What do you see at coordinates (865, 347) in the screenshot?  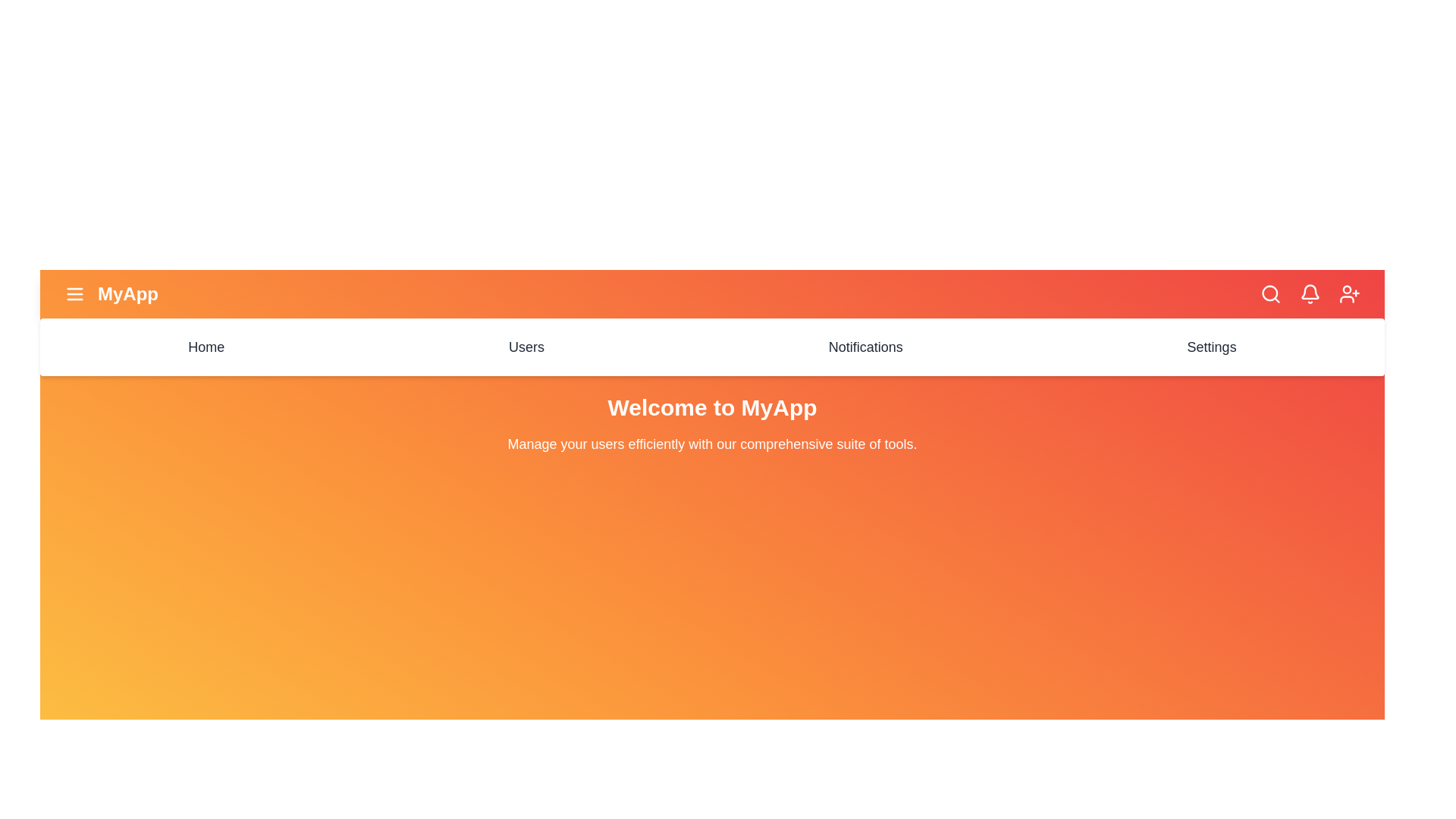 I see `the menu item Notifications` at bounding box center [865, 347].